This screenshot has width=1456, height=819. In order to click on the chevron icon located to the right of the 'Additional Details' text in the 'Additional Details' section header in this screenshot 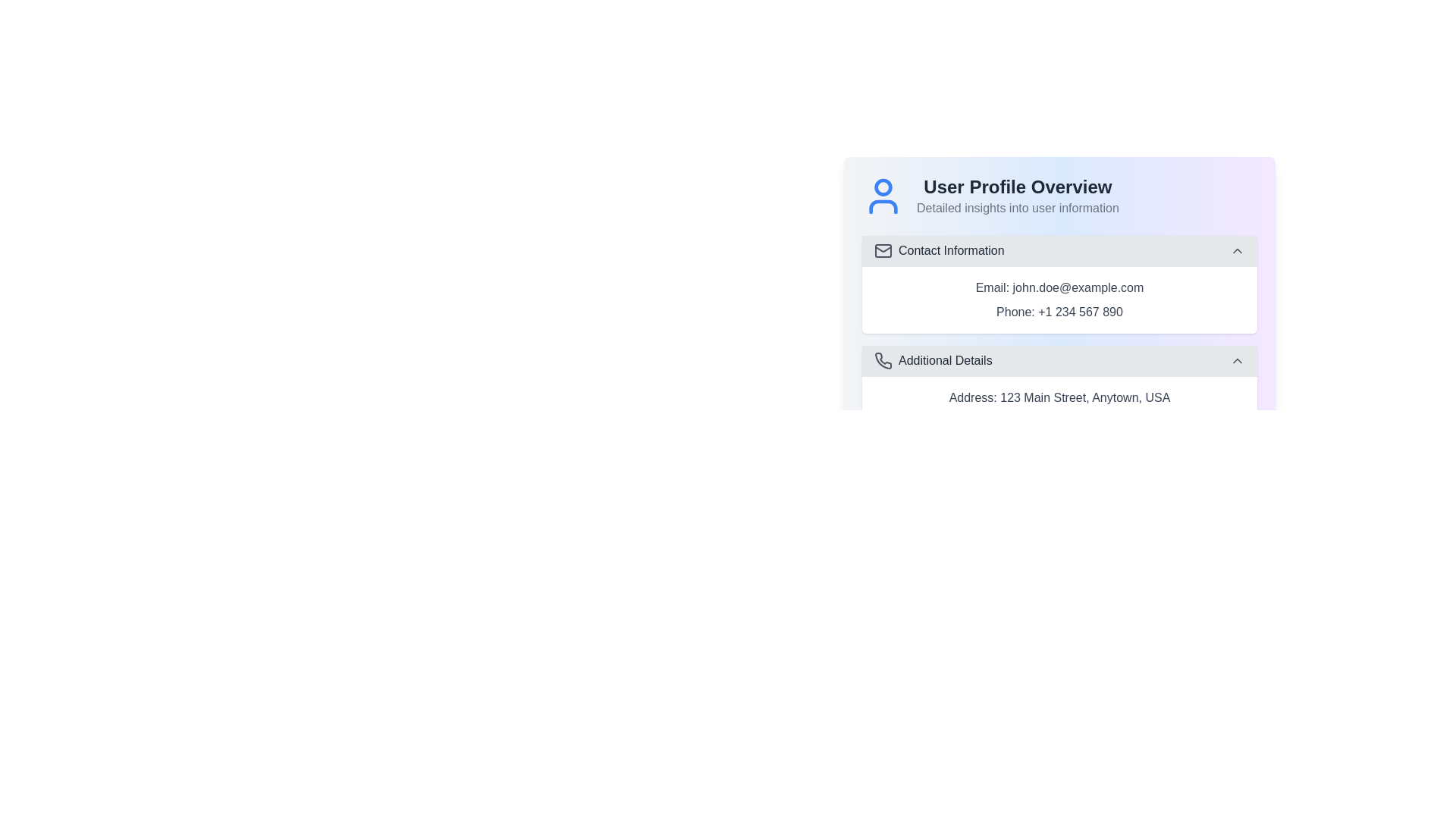, I will do `click(1238, 360)`.